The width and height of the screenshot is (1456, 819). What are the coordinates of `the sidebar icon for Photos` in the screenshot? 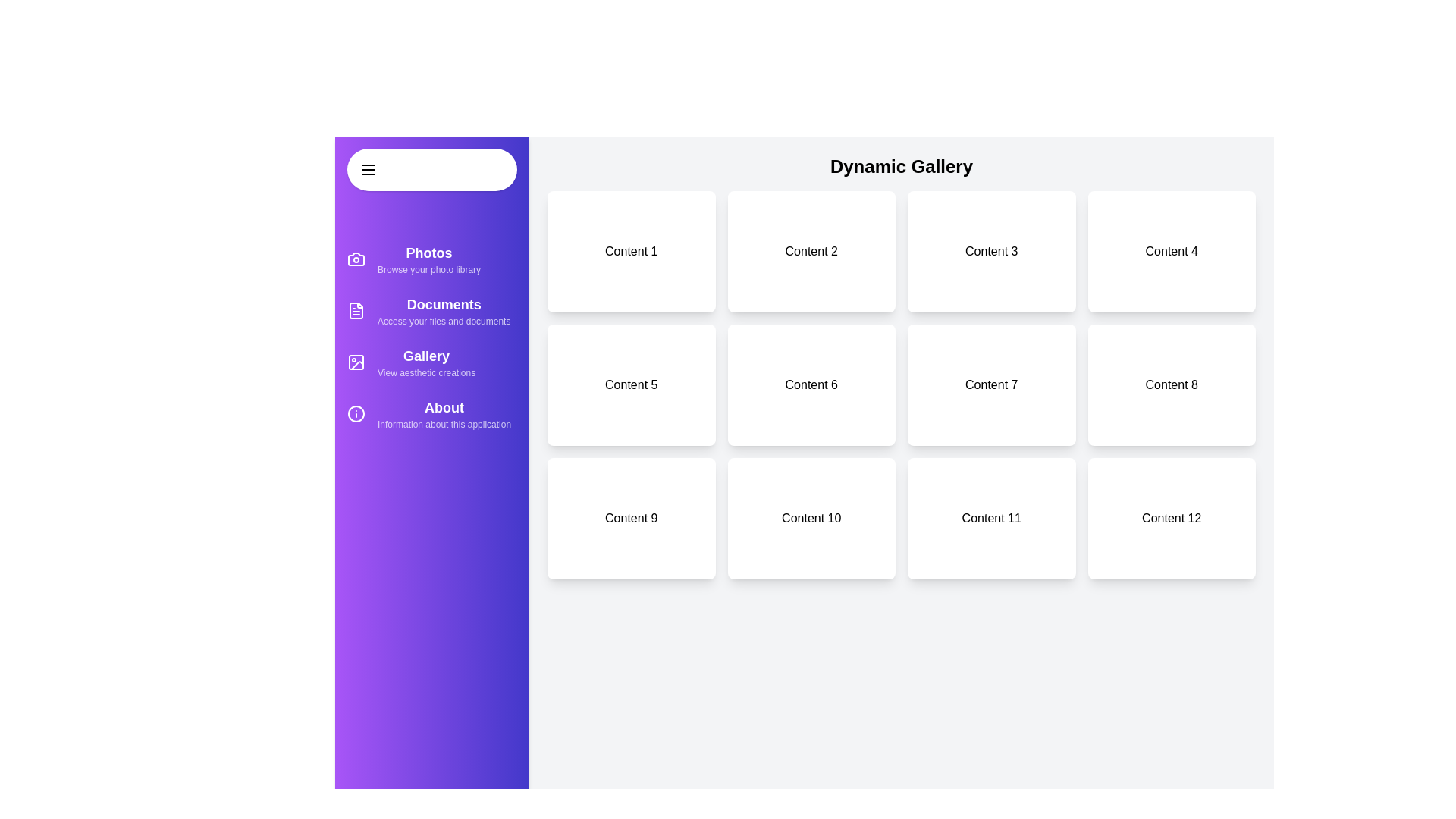 It's located at (356, 259).